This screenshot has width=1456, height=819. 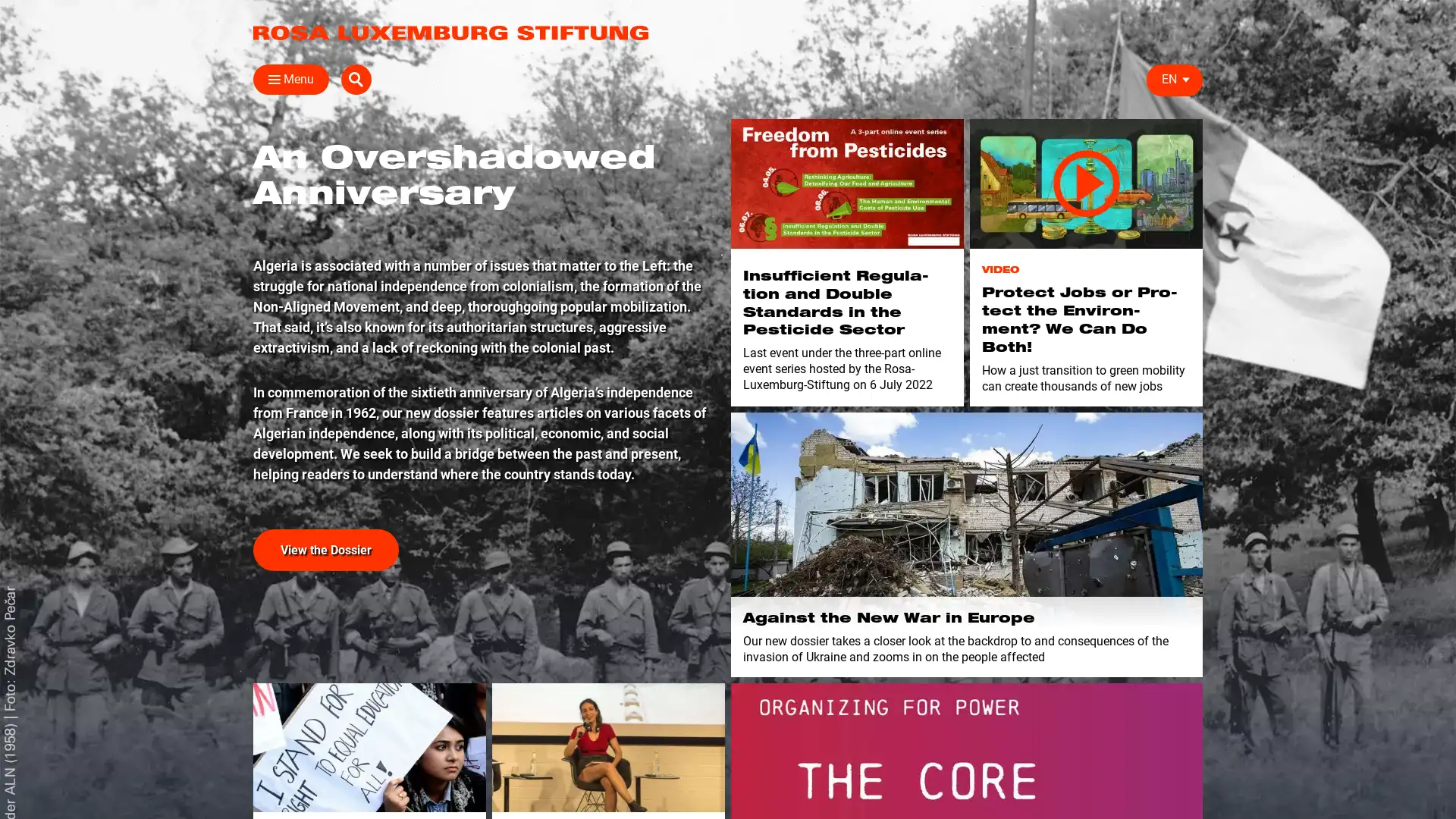 What do you see at coordinates (246, 299) in the screenshot?
I see `Show more / less` at bounding box center [246, 299].